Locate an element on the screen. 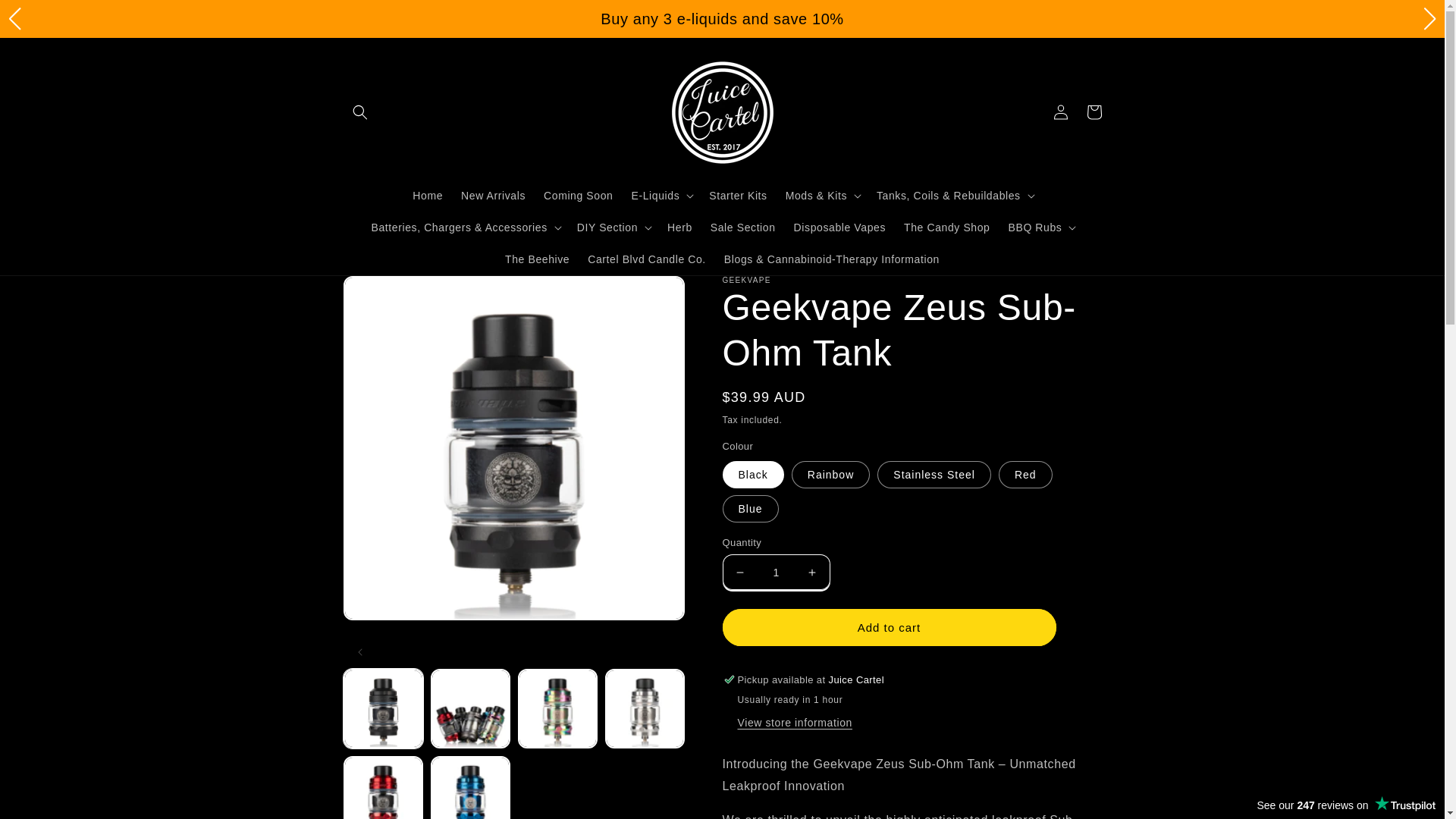 Image resolution: width=1456 pixels, height=819 pixels. 'The Beehive' is located at coordinates (537, 259).